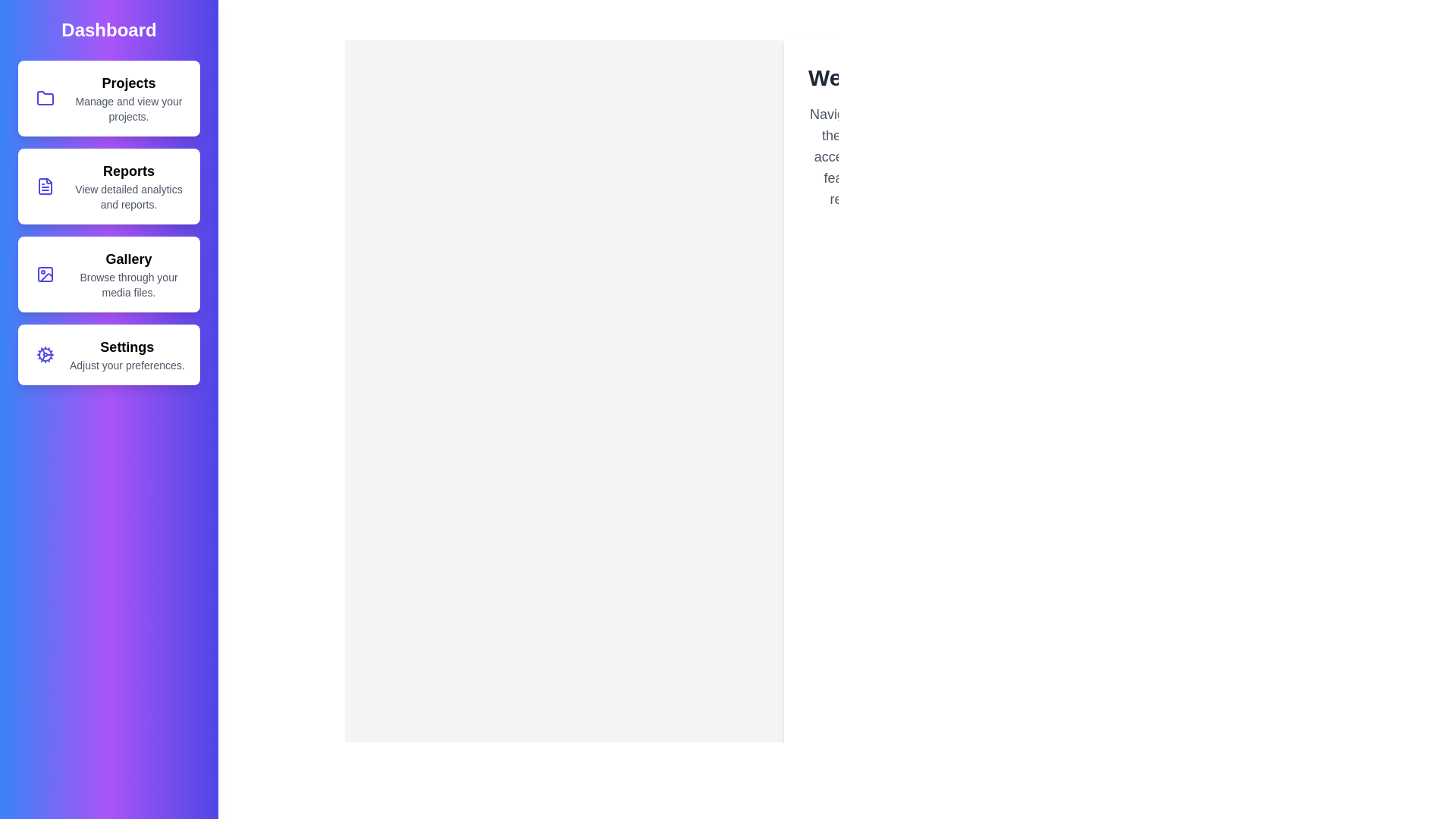 Image resolution: width=1456 pixels, height=819 pixels. What do you see at coordinates (108, 275) in the screenshot?
I see `the 'Gallery' section to browse media files` at bounding box center [108, 275].